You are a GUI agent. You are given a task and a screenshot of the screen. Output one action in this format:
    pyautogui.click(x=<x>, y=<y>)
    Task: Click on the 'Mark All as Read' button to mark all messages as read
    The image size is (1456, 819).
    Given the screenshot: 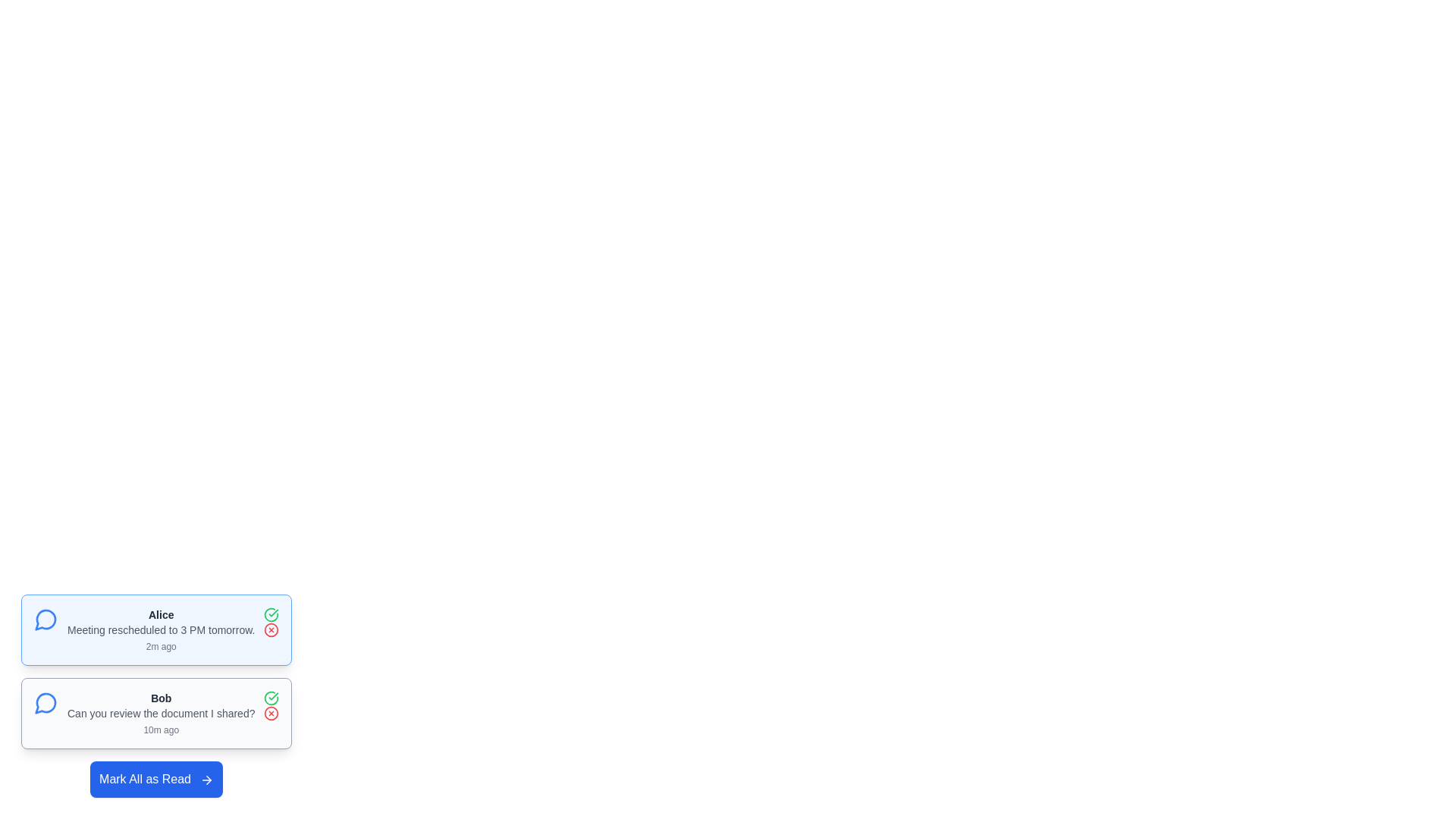 What is the action you would take?
    pyautogui.click(x=156, y=780)
    